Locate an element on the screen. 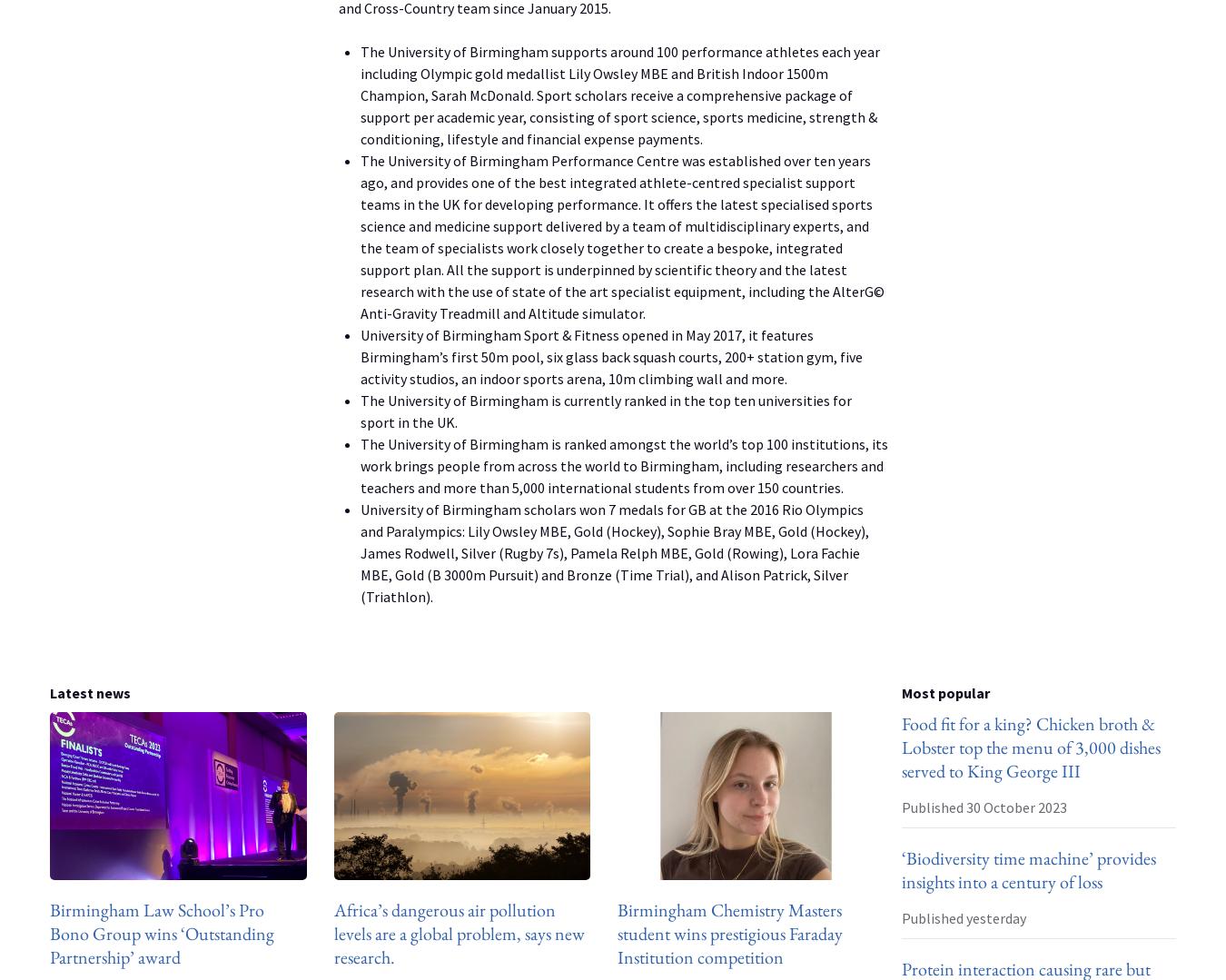 The image size is (1226, 980). 'Birmingham Chemistry Masters student wins prestigious Faraday Institution competition' is located at coordinates (730, 932).